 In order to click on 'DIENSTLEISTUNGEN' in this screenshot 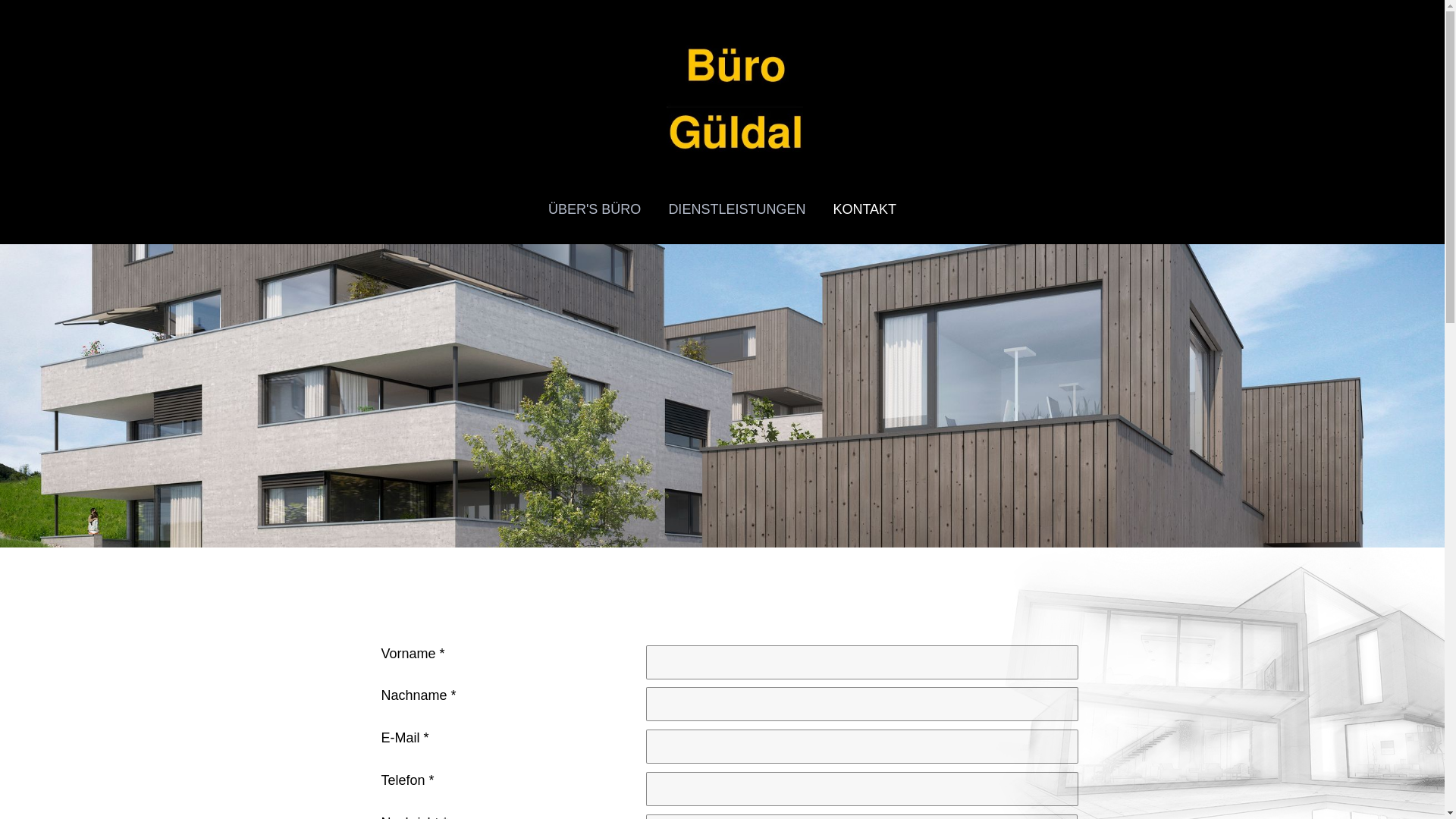, I will do `click(736, 209)`.